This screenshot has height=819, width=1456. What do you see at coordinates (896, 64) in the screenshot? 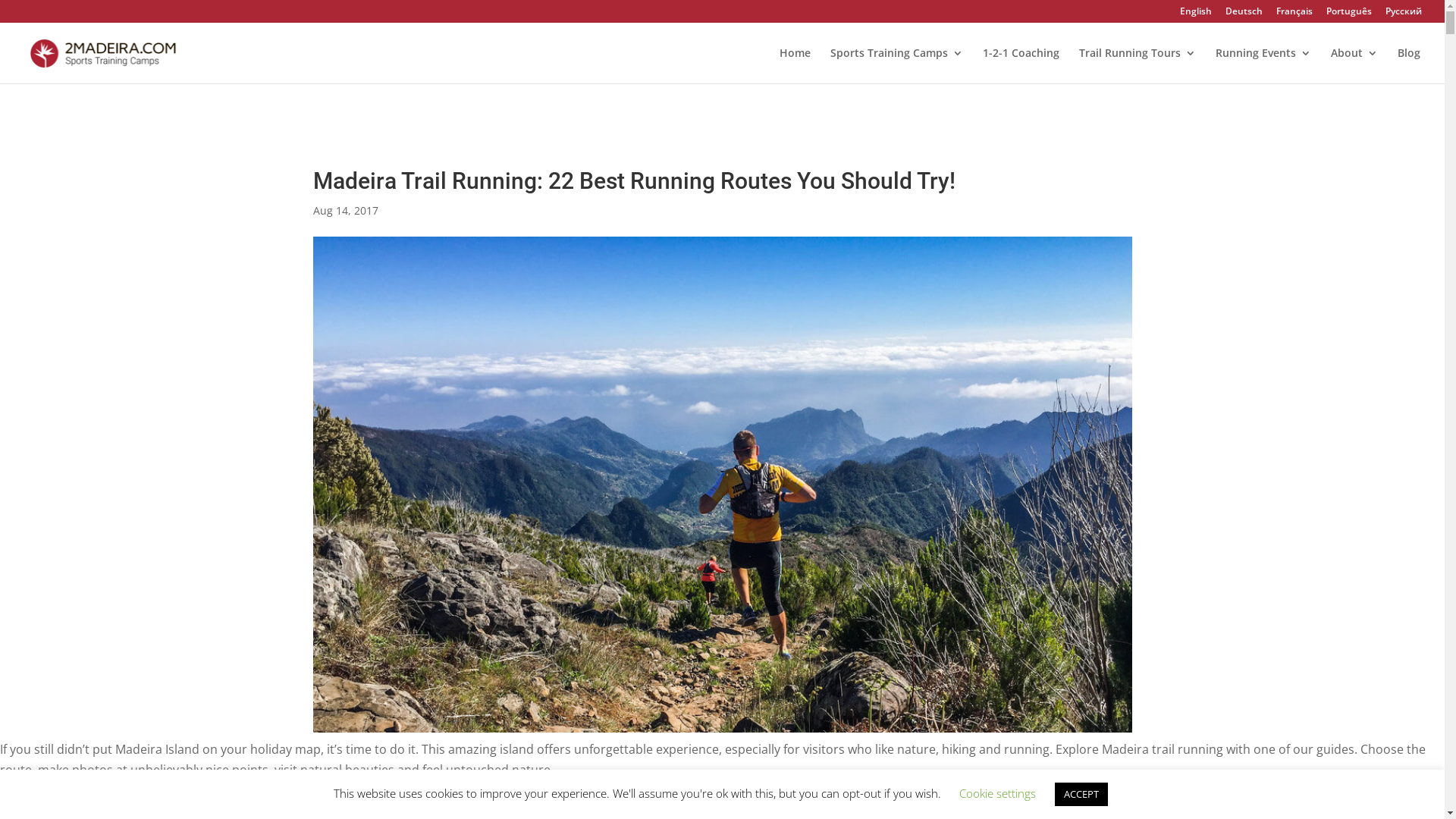
I see `'Sports Training Camps'` at bounding box center [896, 64].